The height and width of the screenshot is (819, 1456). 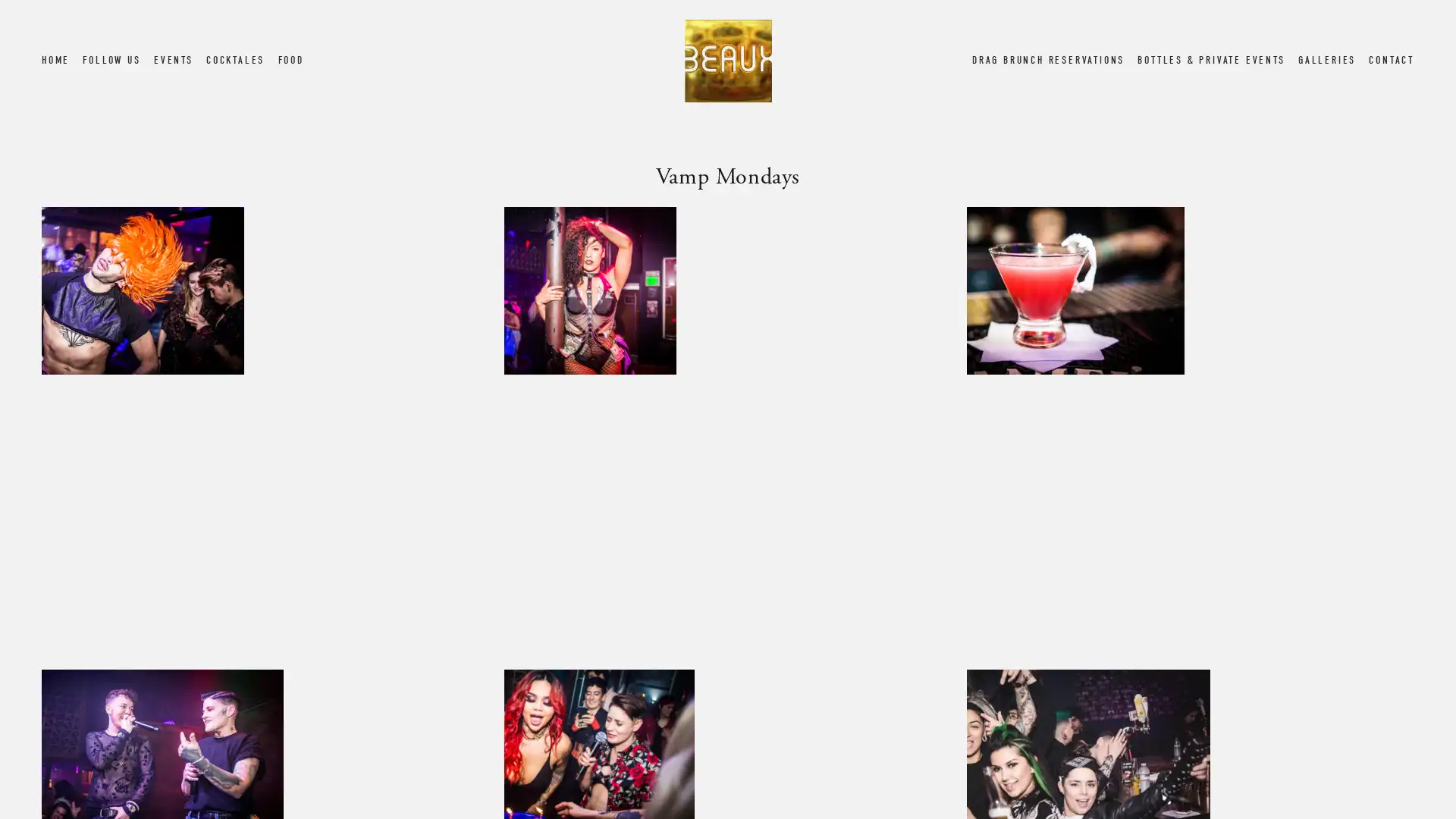 I want to click on View fullsize Screen Shot 2019-04-10 at 5.02.50 PM.png, so click(x=265, y=430).